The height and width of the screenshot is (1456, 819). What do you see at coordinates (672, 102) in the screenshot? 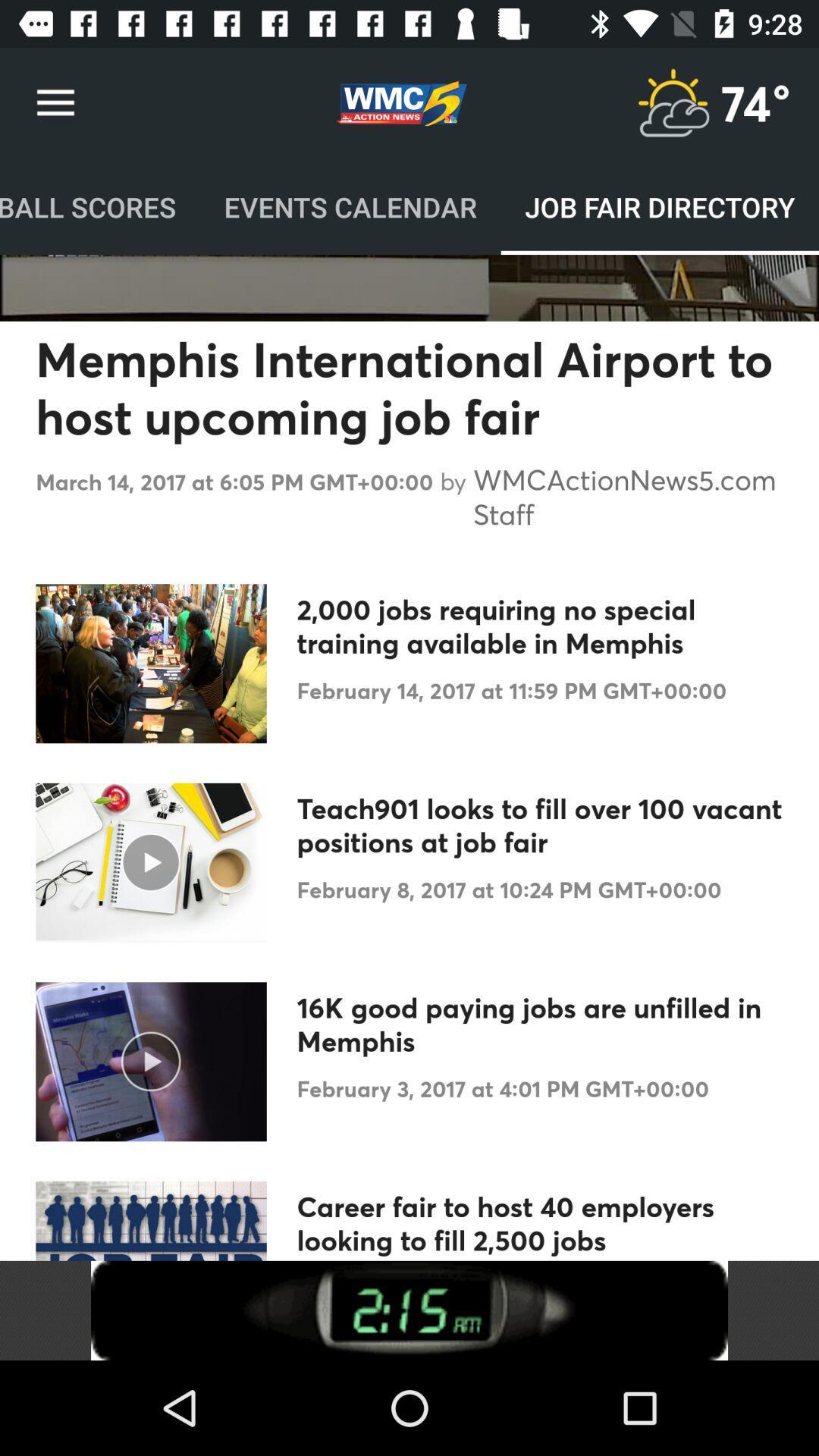
I see `weather` at bounding box center [672, 102].